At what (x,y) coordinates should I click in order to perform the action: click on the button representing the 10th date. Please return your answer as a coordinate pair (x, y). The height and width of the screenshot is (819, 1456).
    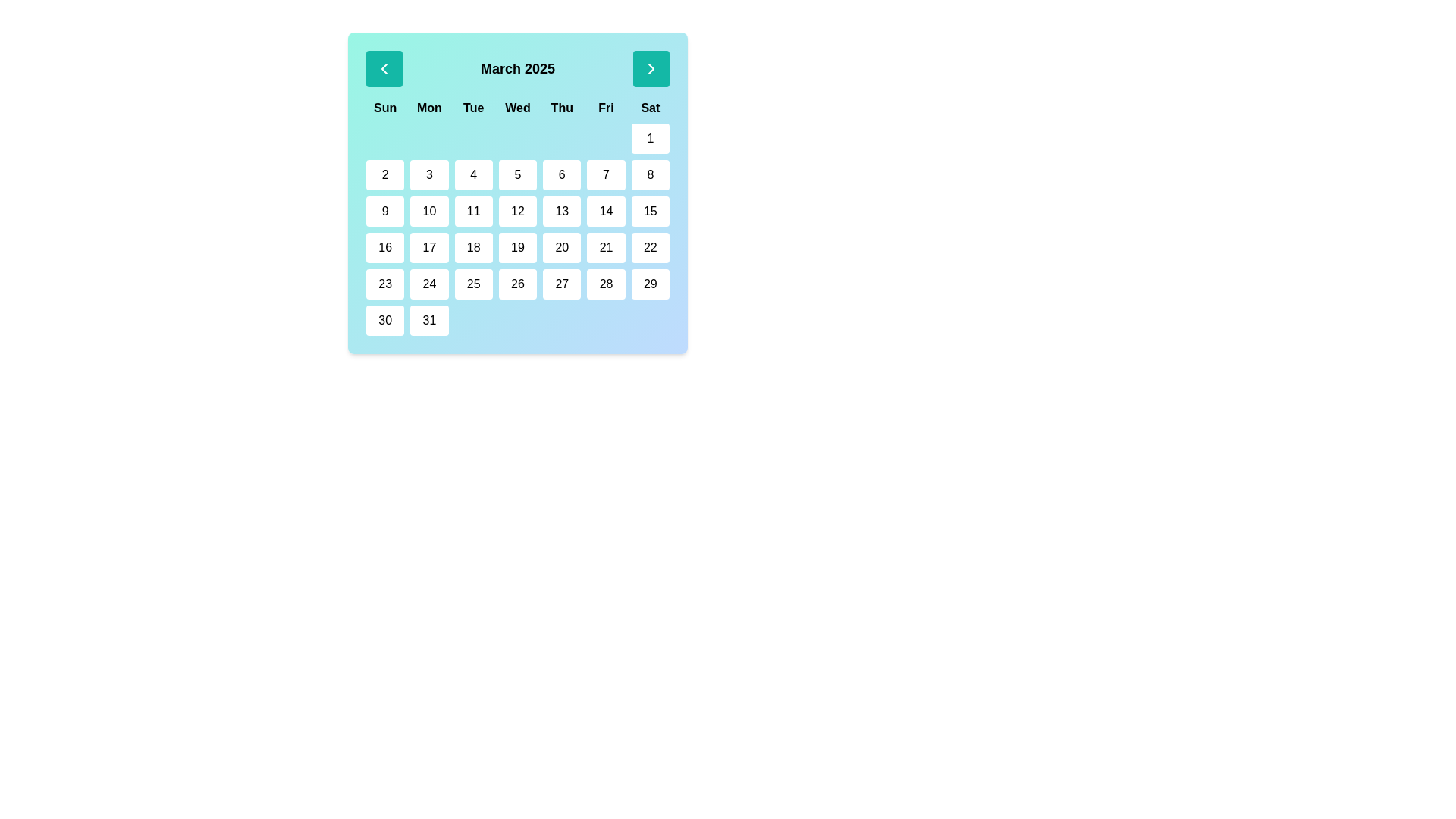
    Looking at the image, I should click on (428, 211).